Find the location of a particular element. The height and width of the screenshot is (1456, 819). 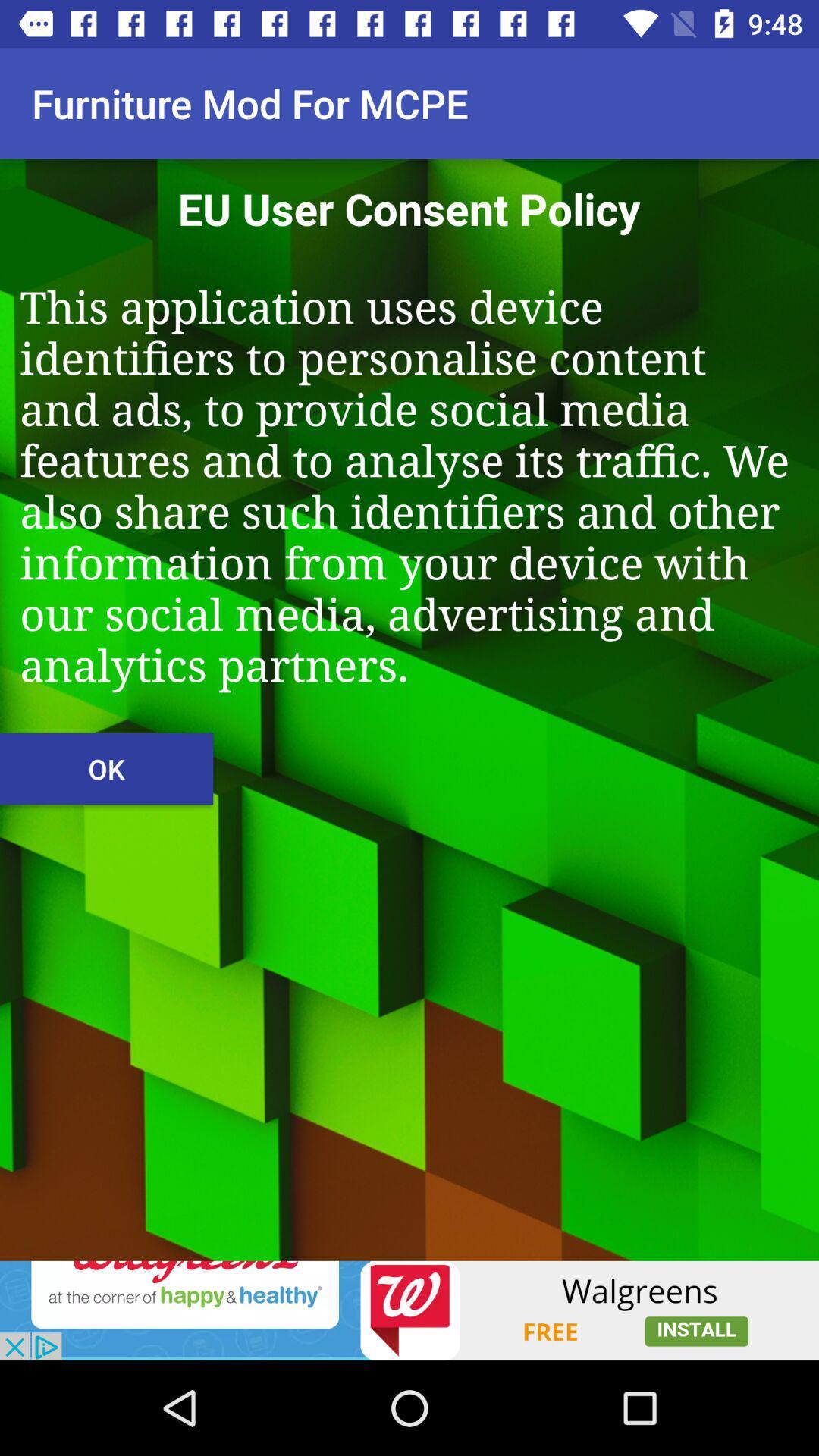

install sponsored app is located at coordinates (409, 1310).